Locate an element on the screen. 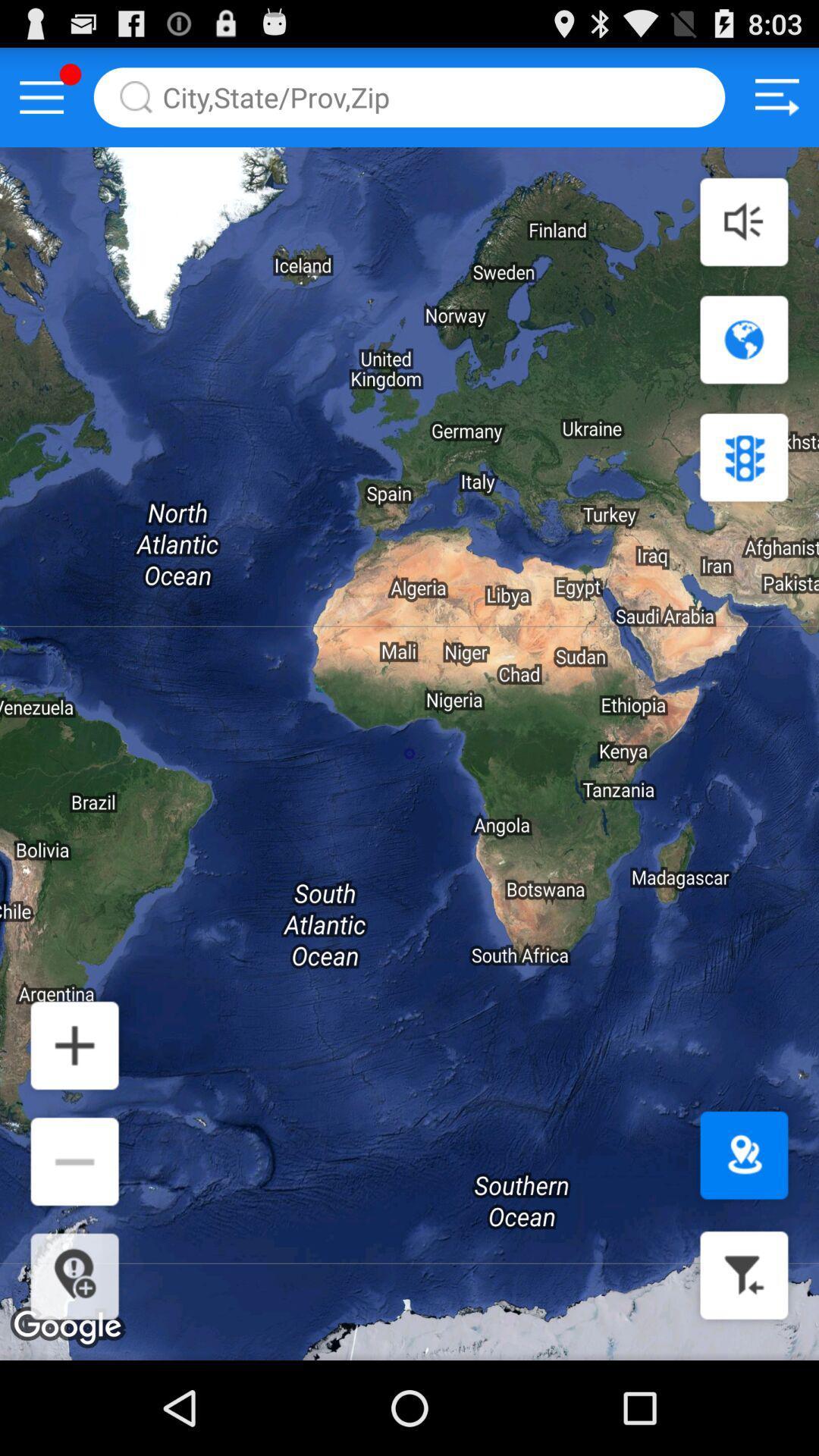 The height and width of the screenshot is (1456, 819). icon shown above location icon at the bottom left corner is located at coordinates (74, 1160).